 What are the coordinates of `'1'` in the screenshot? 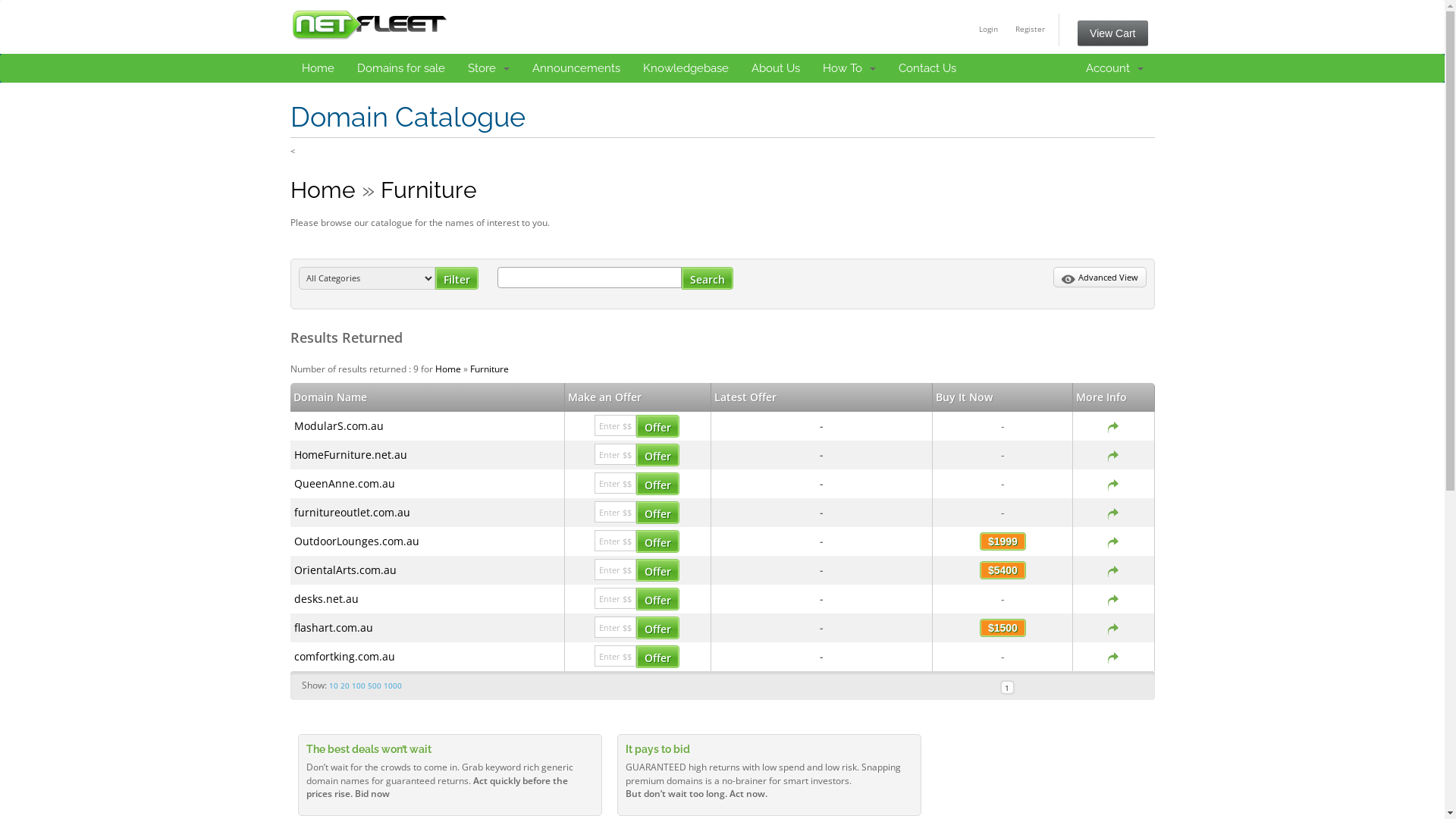 It's located at (1001, 687).